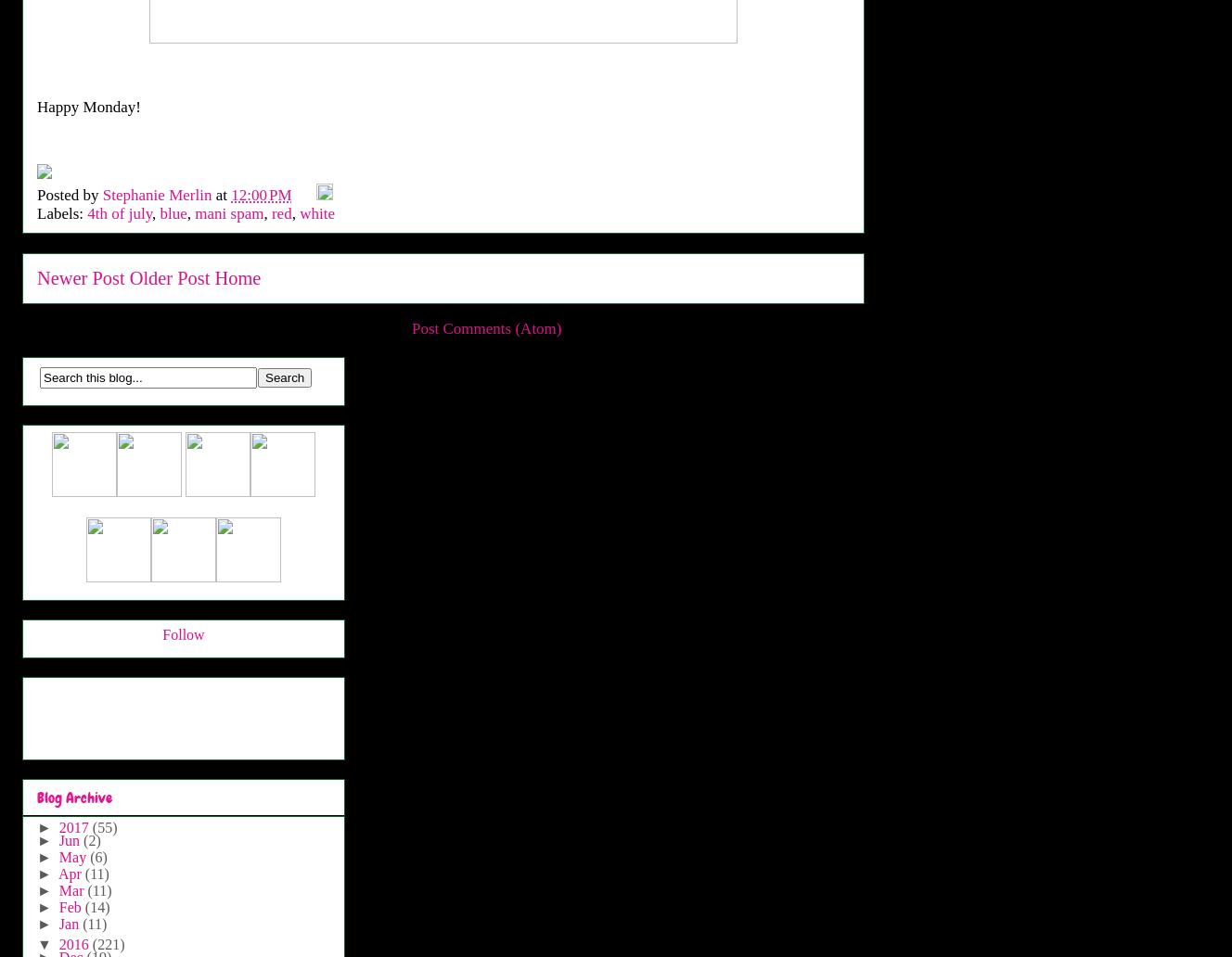  Describe the element at coordinates (271, 212) in the screenshot. I see `'red'` at that location.